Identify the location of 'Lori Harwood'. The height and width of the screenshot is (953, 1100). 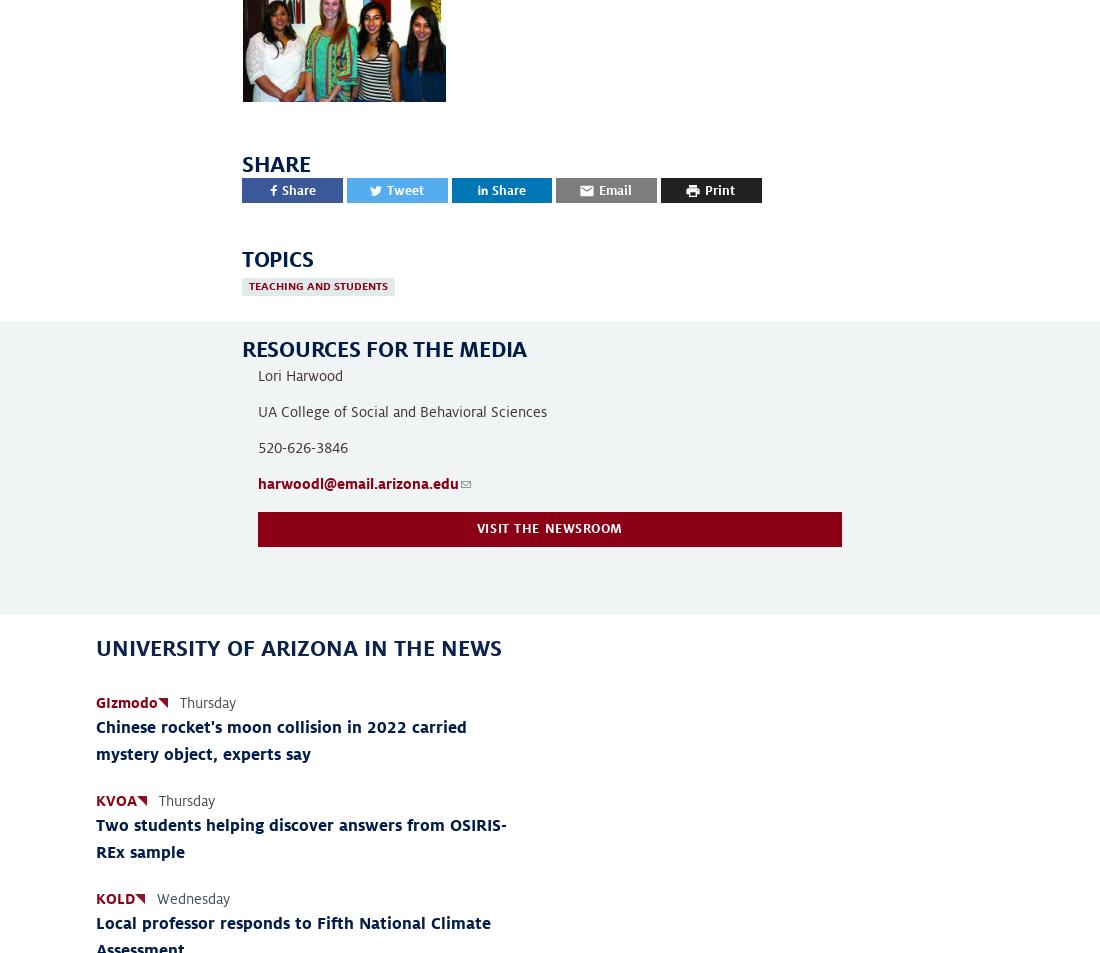
(299, 374).